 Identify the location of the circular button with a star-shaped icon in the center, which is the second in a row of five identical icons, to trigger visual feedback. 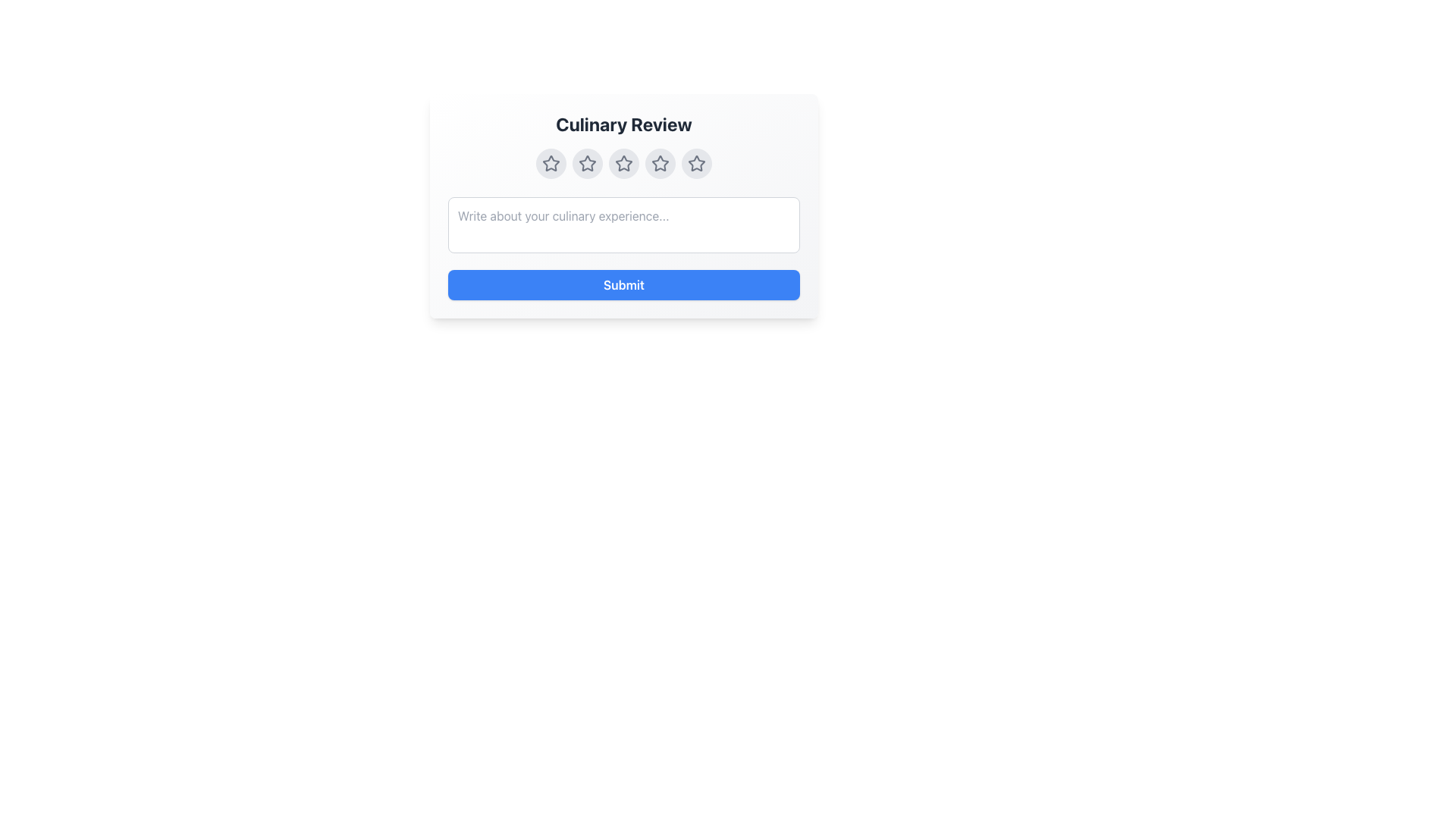
(586, 164).